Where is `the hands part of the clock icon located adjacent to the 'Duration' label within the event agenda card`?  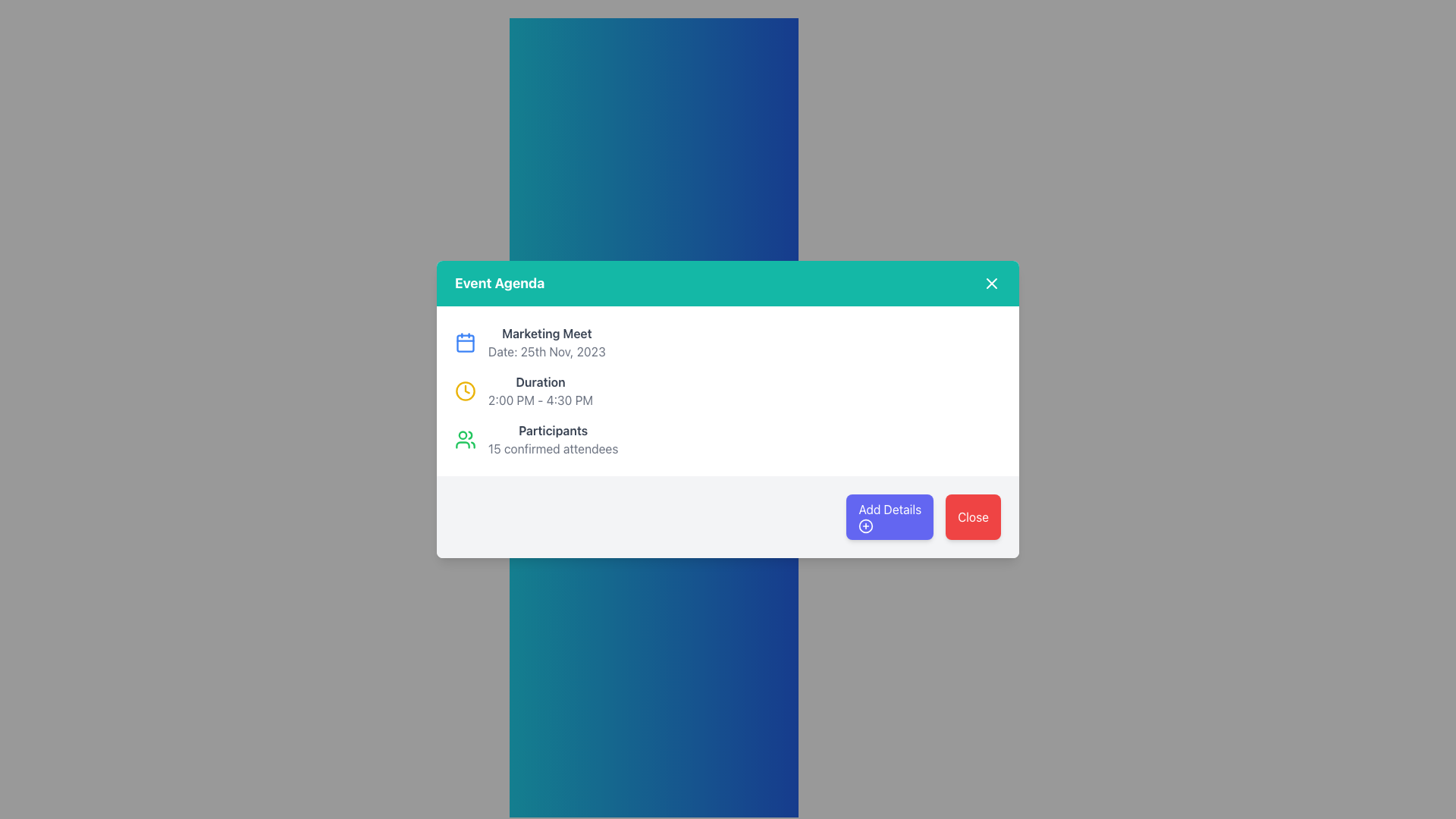 the hands part of the clock icon located adjacent to the 'Duration' label within the event agenda card is located at coordinates (466, 388).